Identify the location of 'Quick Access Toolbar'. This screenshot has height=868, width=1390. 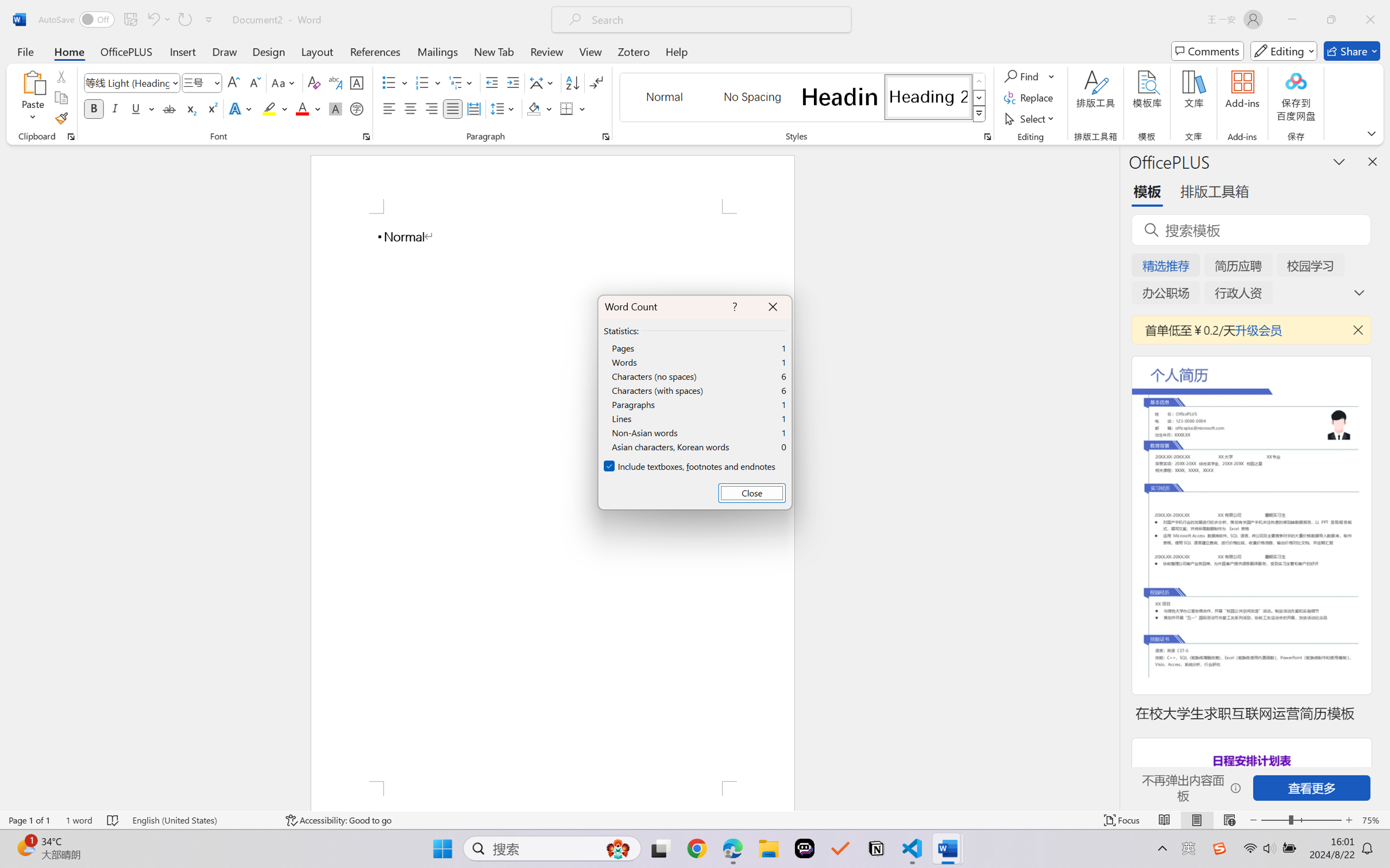
(128, 19).